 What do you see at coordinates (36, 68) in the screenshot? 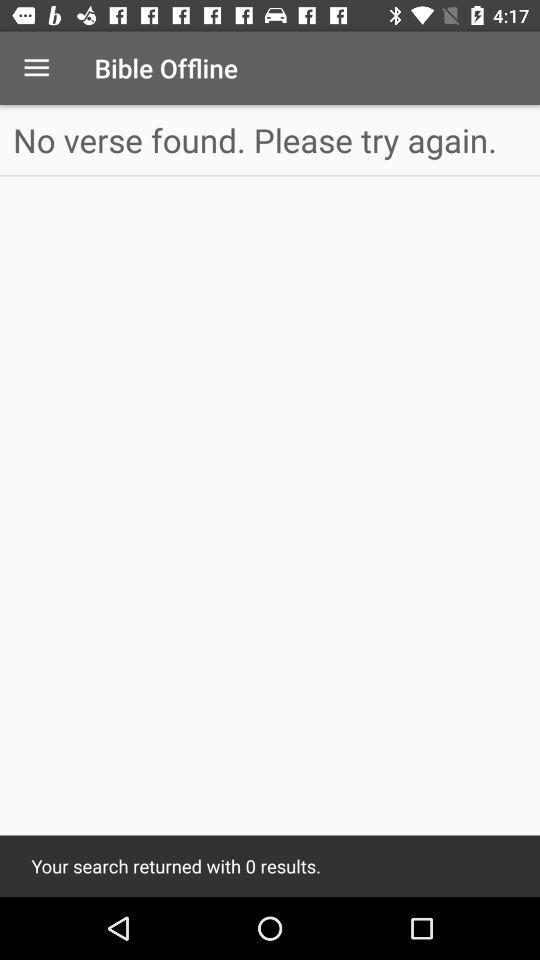
I see `icon next to bible offline icon` at bounding box center [36, 68].